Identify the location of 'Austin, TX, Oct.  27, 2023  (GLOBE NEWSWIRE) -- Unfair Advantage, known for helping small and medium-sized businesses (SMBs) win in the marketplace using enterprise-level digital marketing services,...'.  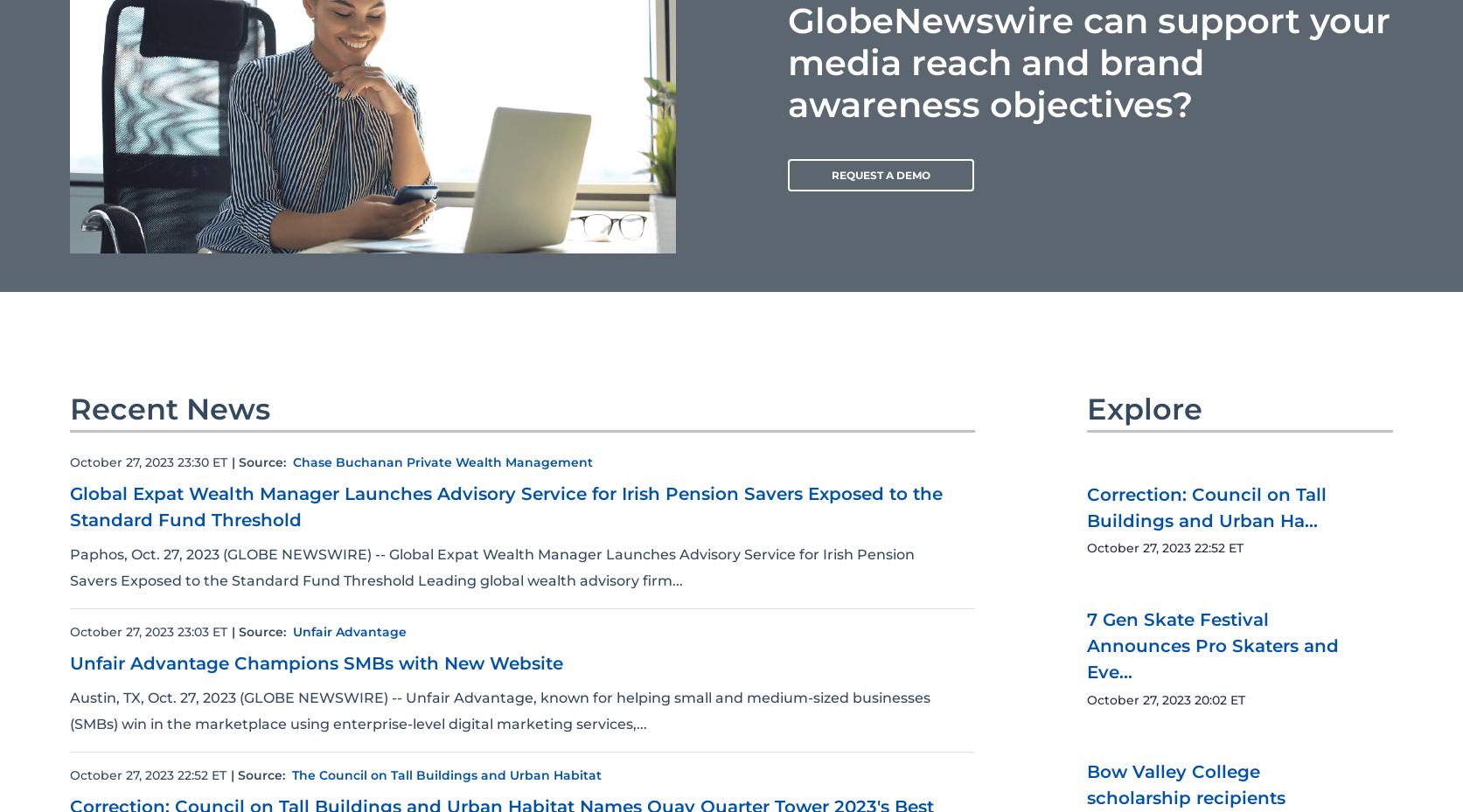
(499, 709).